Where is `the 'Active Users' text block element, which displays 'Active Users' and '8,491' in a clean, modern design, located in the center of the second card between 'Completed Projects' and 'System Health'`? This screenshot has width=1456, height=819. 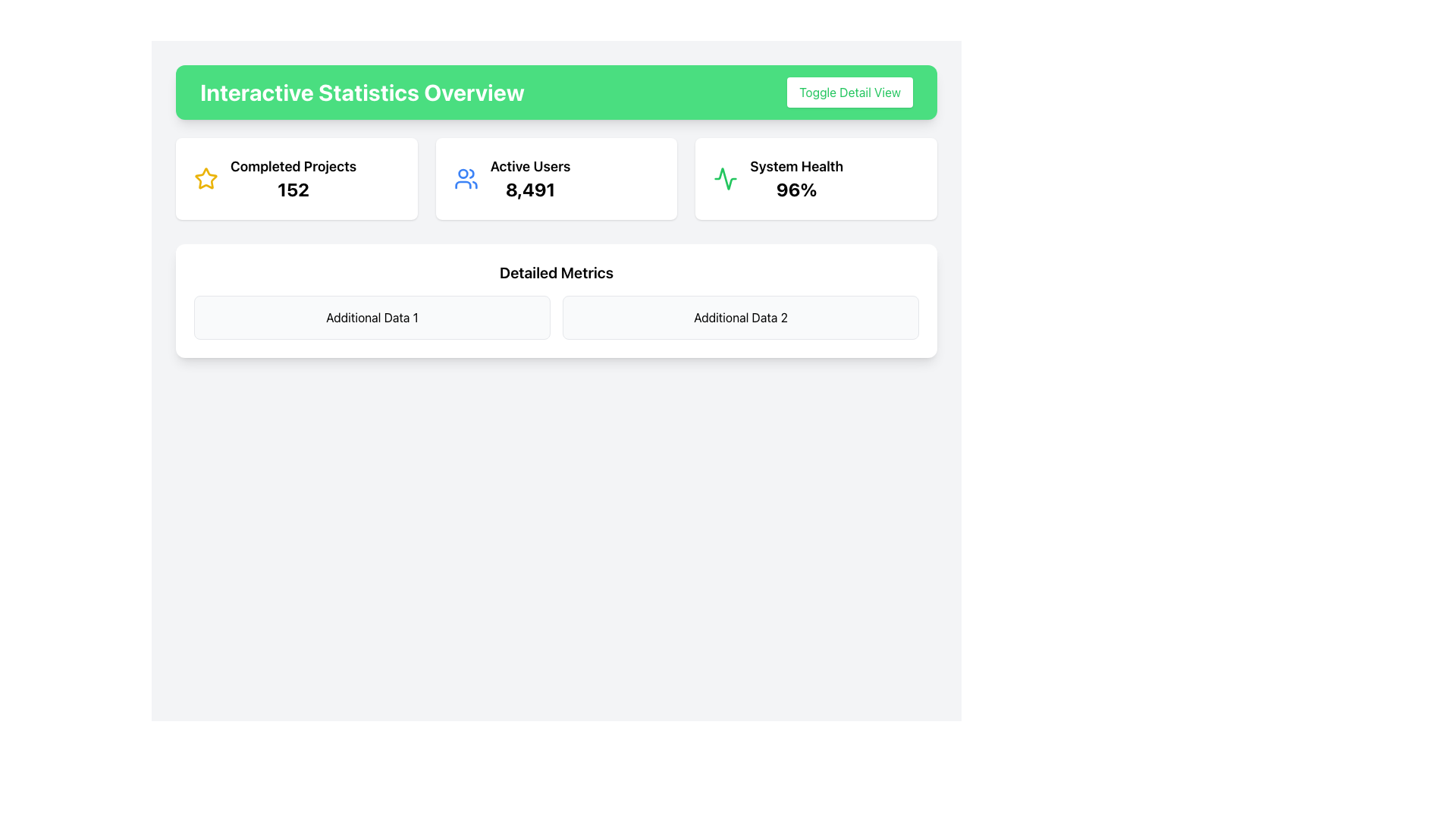 the 'Active Users' text block element, which displays 'Active Users' and '8,491' in a clean, modern design, located in the center of the second card between 'Completed Projects' and 'System Health' is located at coordinates (530, 177).